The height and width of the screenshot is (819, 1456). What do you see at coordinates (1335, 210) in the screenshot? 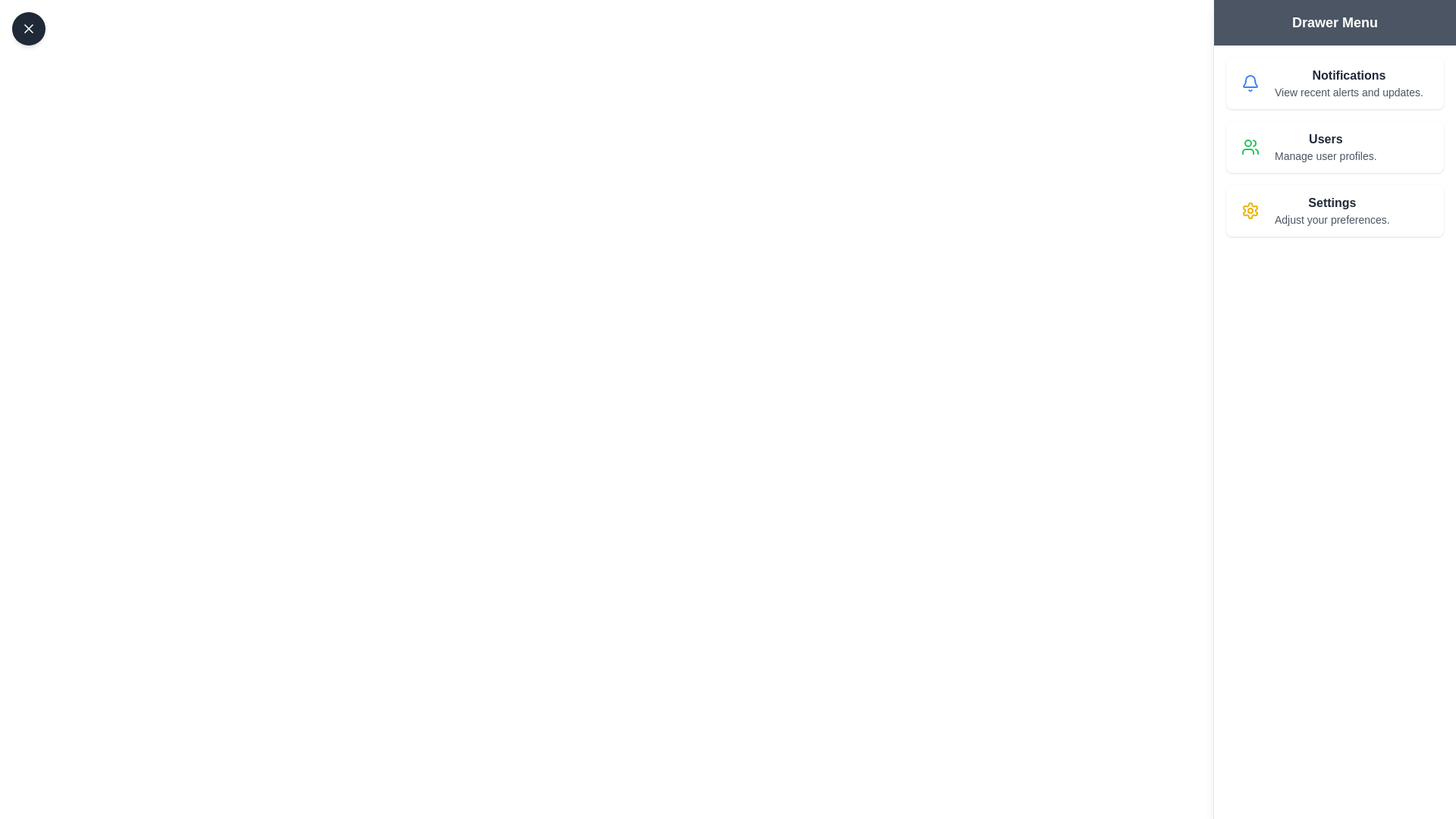
I see `the menu item Settings from the drawer menu` at bounding box center [1335, 210].